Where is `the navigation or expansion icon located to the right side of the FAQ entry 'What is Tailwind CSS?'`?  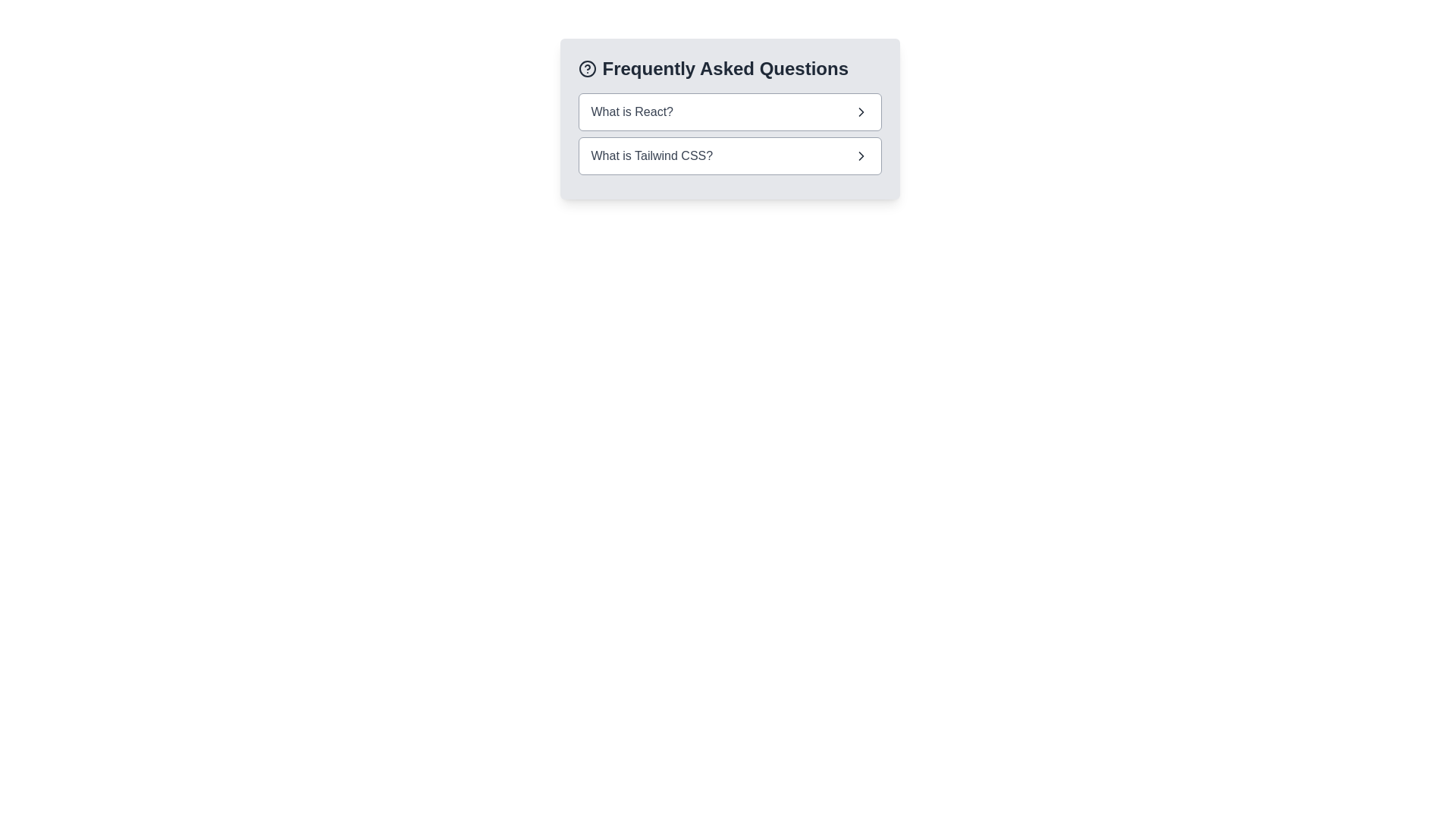
the navigation or expansion icon located to the right side of the FAQ entry 'What is Tailwind CSS?' is located at coordinates (861, 155).